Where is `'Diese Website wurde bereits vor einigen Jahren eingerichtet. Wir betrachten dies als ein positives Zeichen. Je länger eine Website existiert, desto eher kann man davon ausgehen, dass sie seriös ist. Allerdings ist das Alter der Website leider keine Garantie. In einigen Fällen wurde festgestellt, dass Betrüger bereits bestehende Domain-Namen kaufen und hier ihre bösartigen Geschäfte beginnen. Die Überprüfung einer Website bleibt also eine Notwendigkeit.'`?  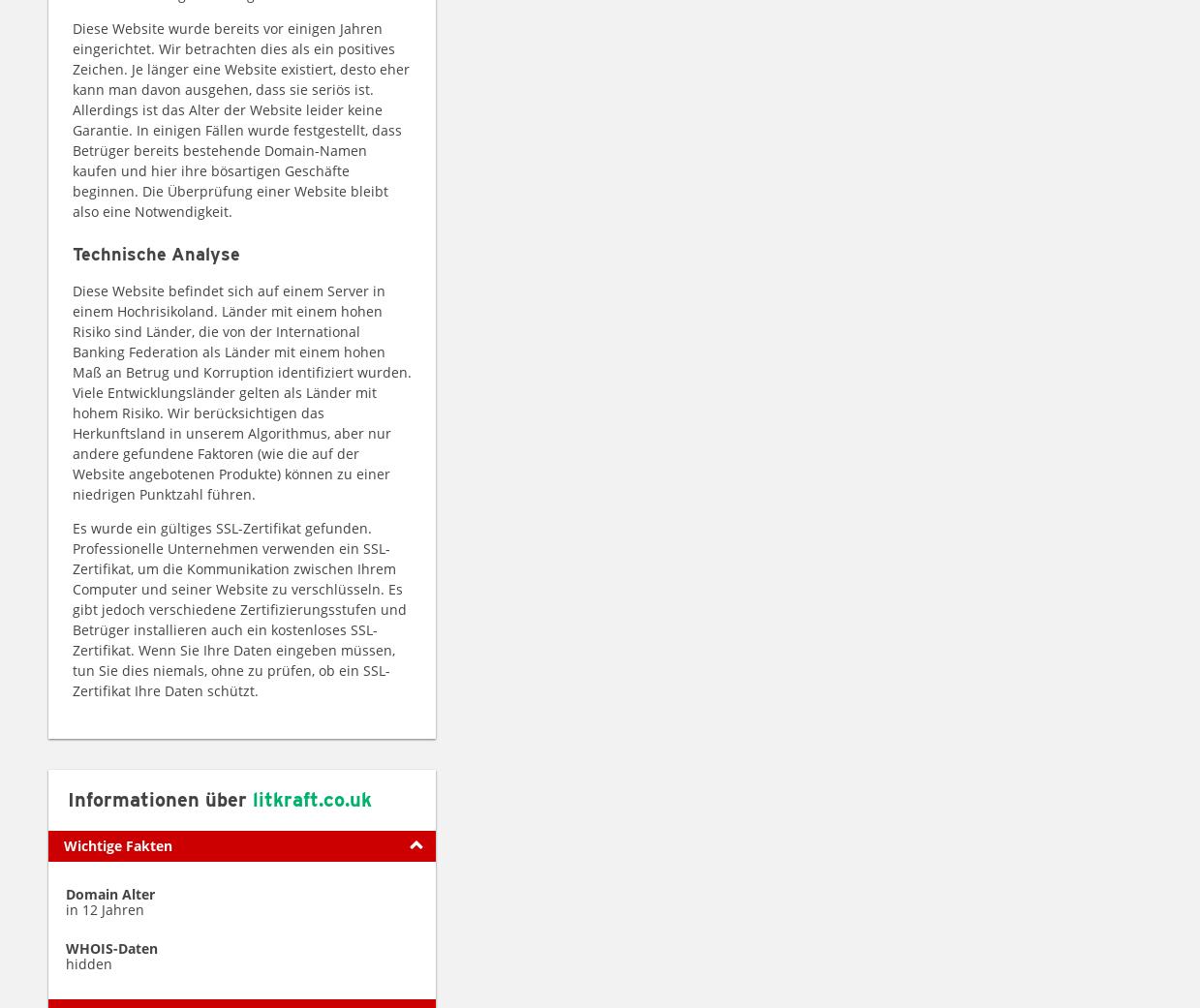 'Diese Website wurde bereits vor einigen Jahren eingerichtet. Wir betrachten dies als ein positives Zeichen. Je länger eine Website existiert, desto eher kann man davon ausgehen, dass sie seriös ist. Allerdings ist das Alter der Website leider keine Garantie. In einigen Fällen wurde festgestellt, dass Betrüger bereits bestehende Domain-Namen kaufen und hier ihre bösartigen Geschäfte beginnen. Die Überprüfung einer Website bleibt also eine Notwendigkeit.' is located at coordinates (240, 119).